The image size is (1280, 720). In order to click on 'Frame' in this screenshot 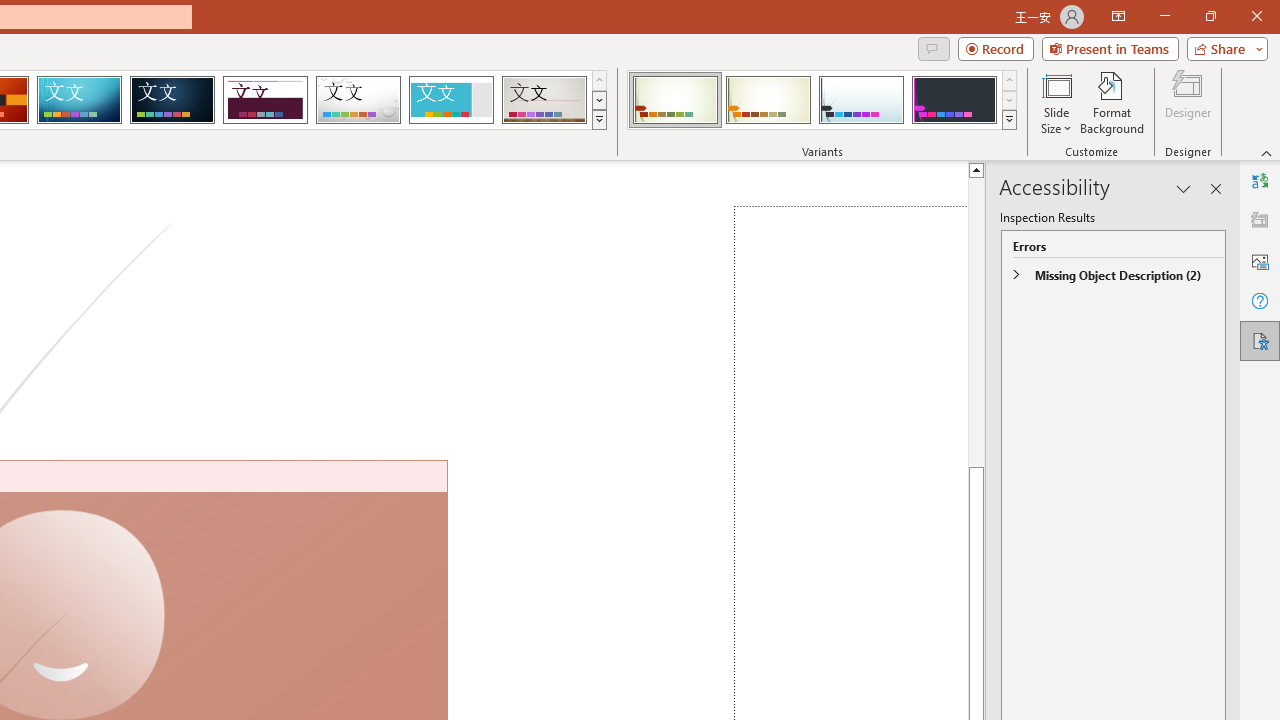, I will do `click(450, 100)`.